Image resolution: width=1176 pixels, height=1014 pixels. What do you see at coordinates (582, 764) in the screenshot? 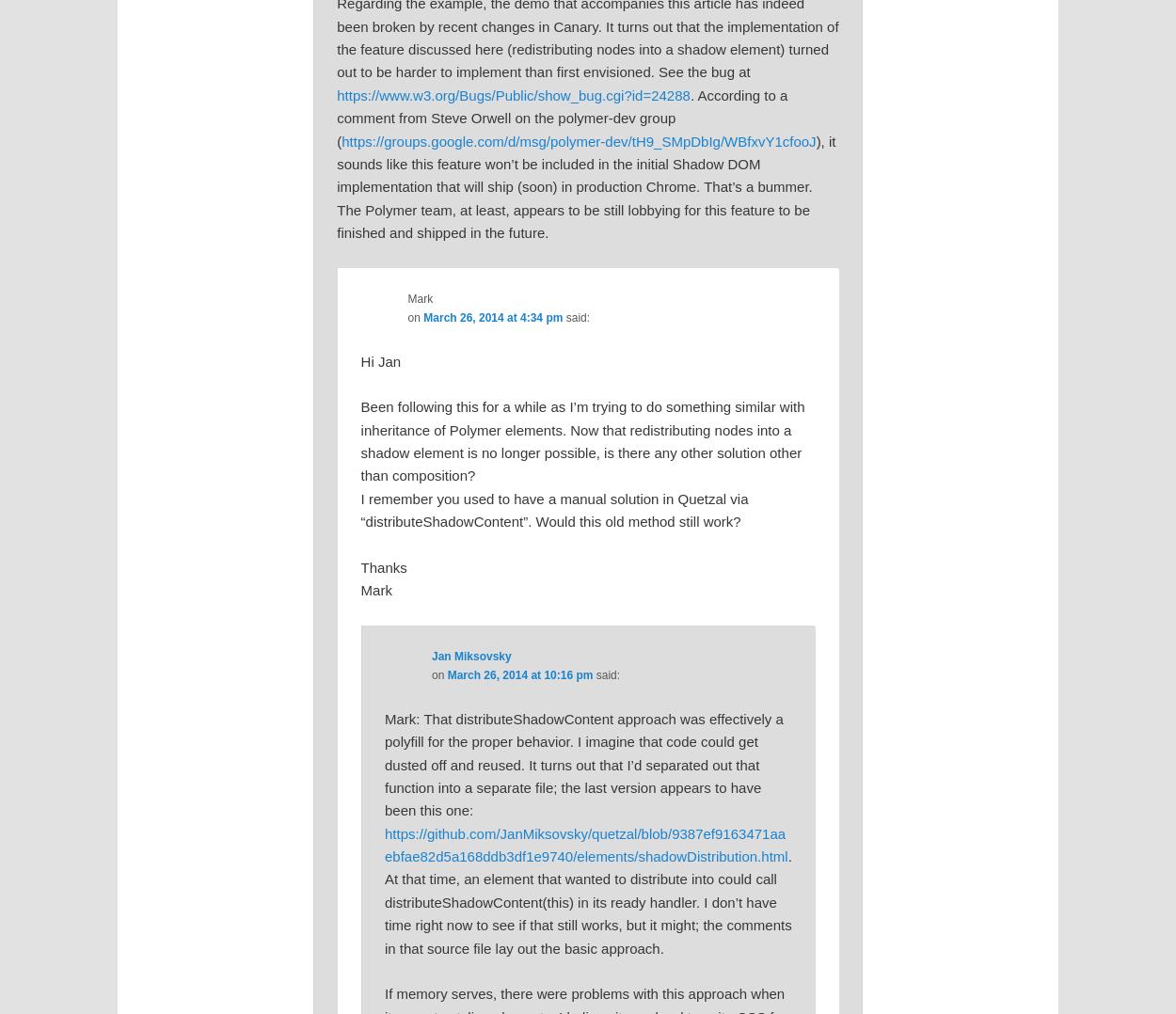
I see `'Mark: That distributeShadowContent approach was effectively a polyfill for the proper behavior. I imagine that code could get dusted off and reused. It turns out that I’d separated out that function into a separate file; the last version appears to have been this one:'` at bounding box center [582, 764].